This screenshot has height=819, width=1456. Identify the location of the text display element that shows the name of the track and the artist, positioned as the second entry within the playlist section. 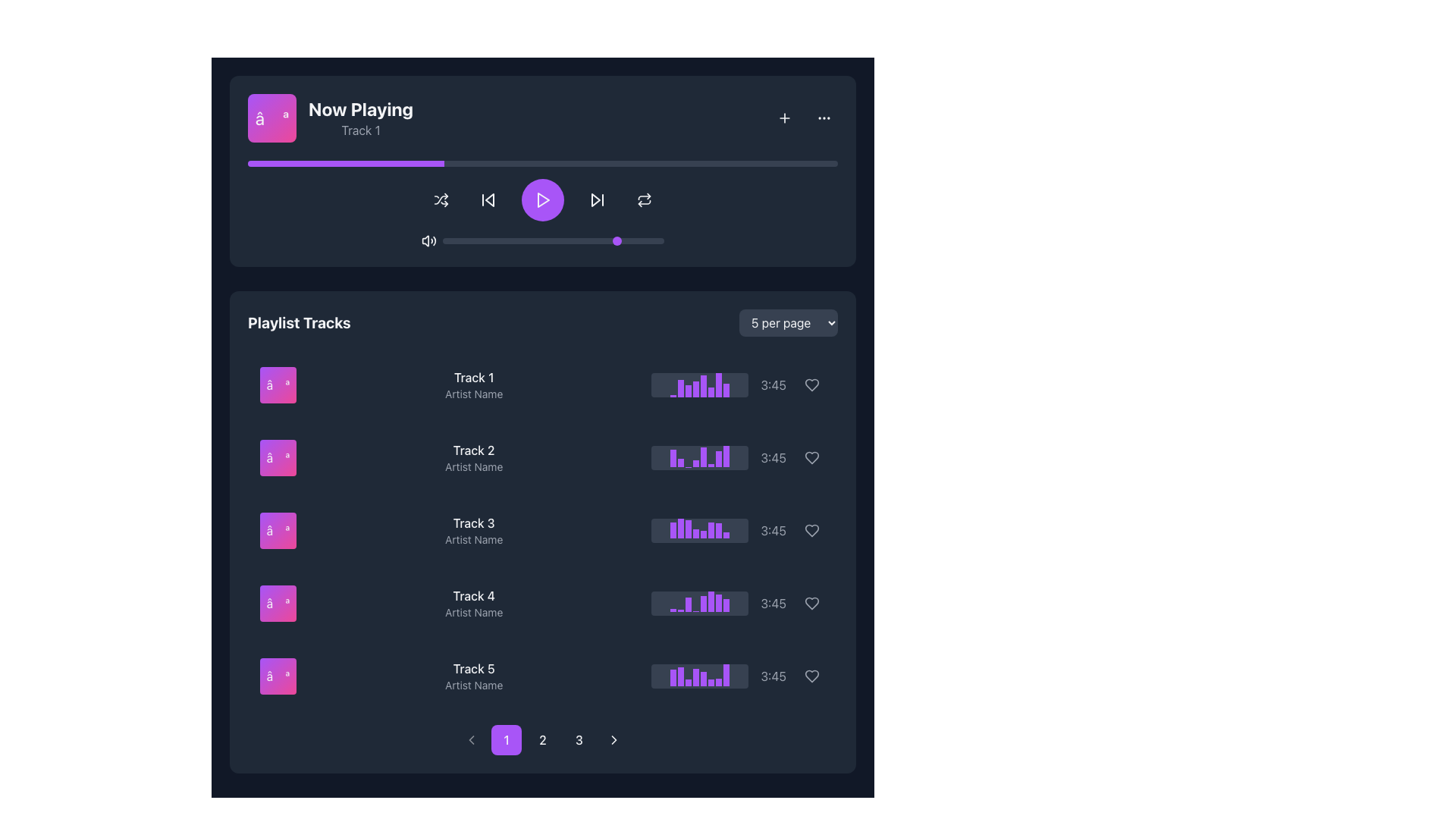
(473, 457).